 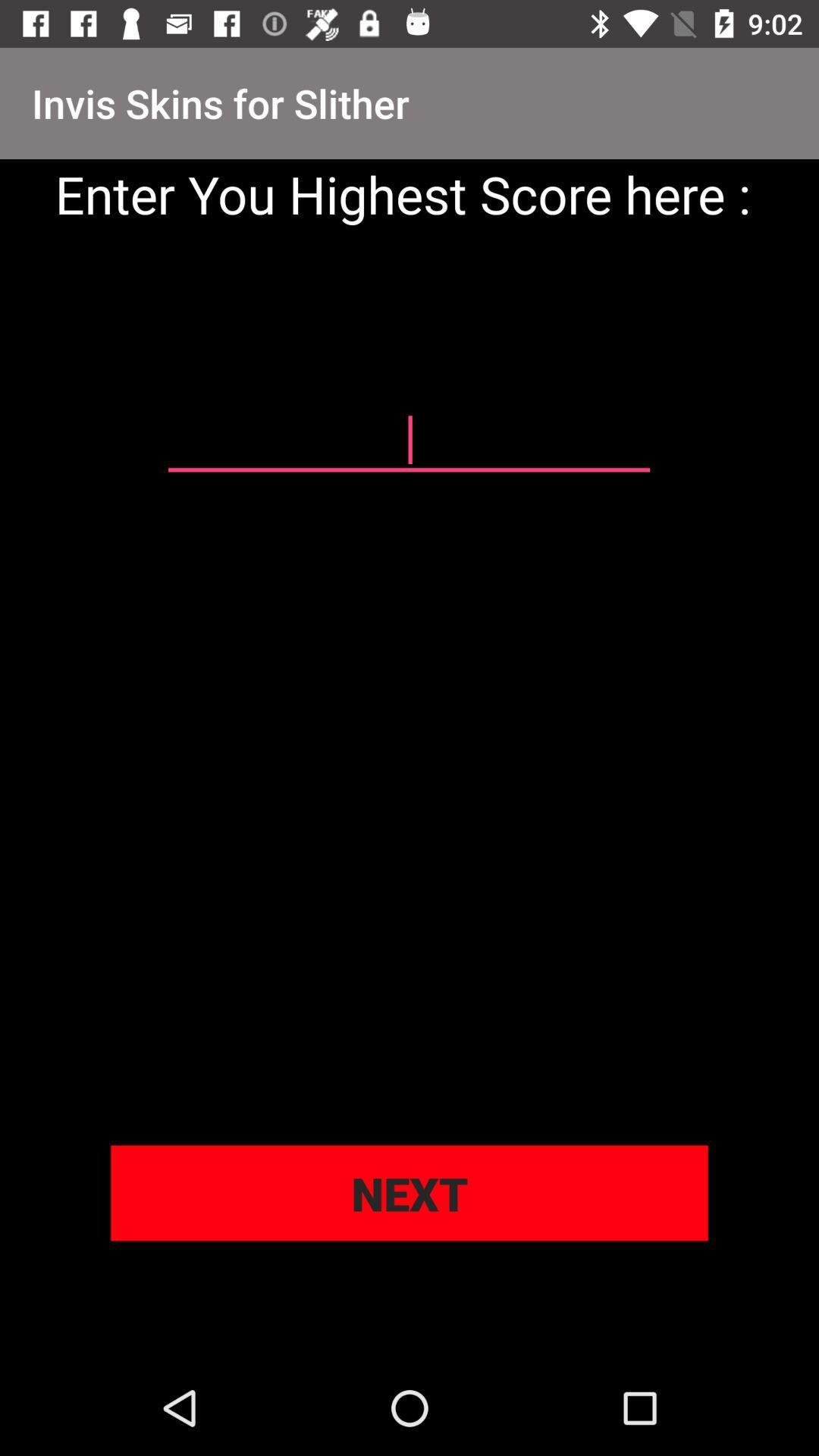 I want to click on high score, so click(x=408, y=440).